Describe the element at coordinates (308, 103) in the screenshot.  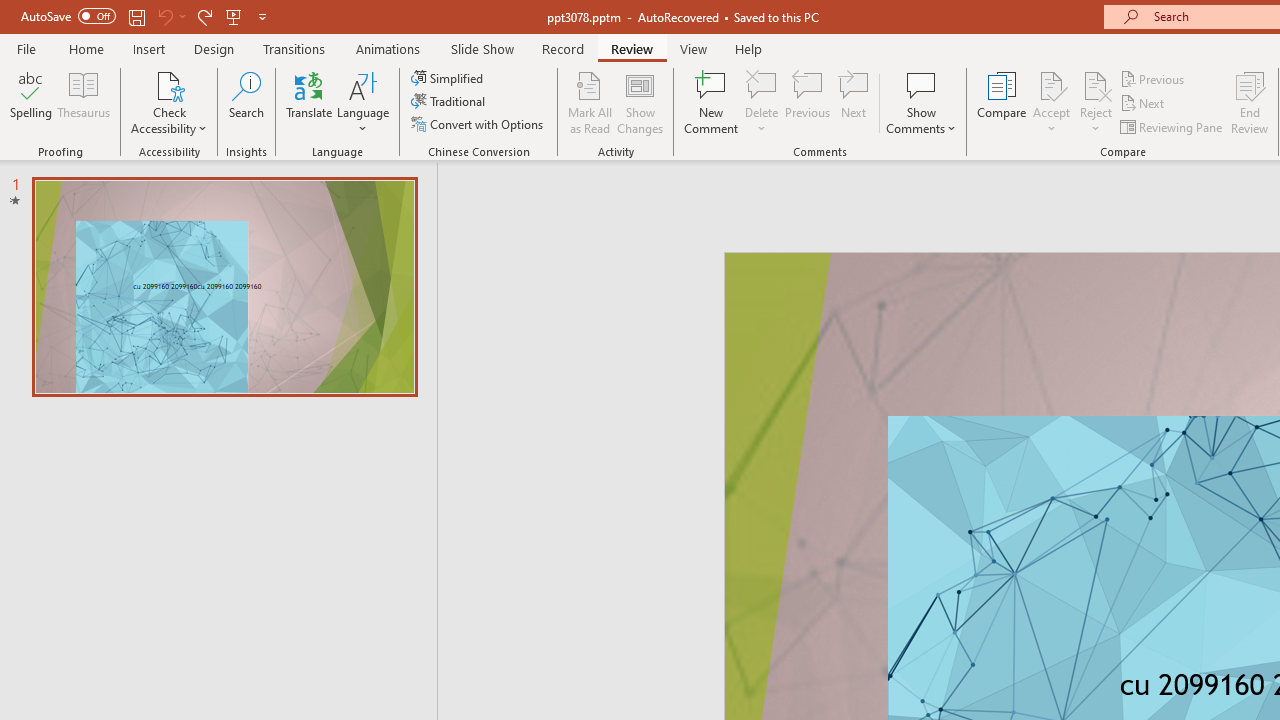
I see `'Translate'` at that location.